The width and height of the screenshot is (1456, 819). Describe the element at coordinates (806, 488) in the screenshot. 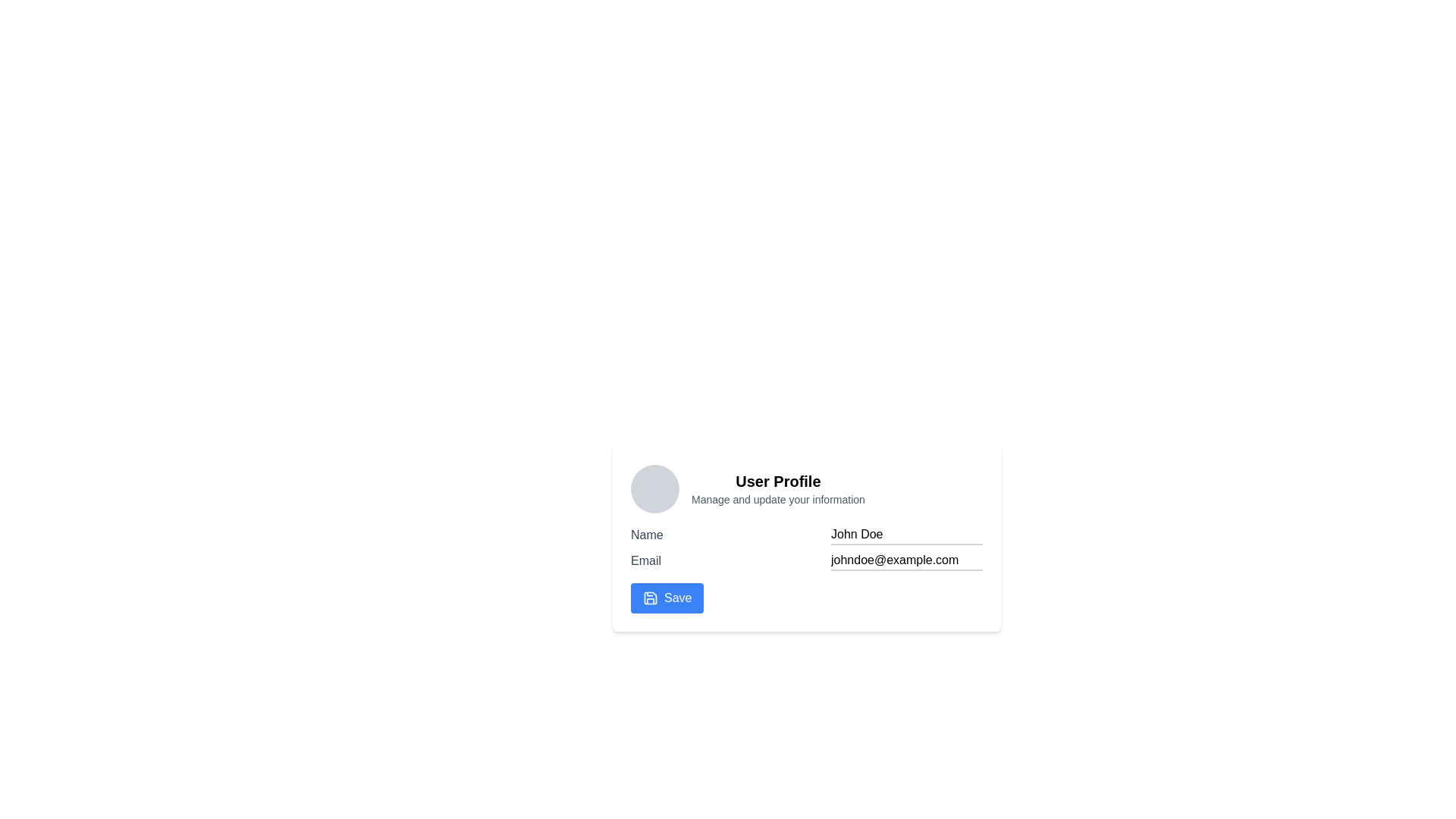

I see `title or description from the header that contains profile details and image placeholder, located at the top of the profile management section` at that location.